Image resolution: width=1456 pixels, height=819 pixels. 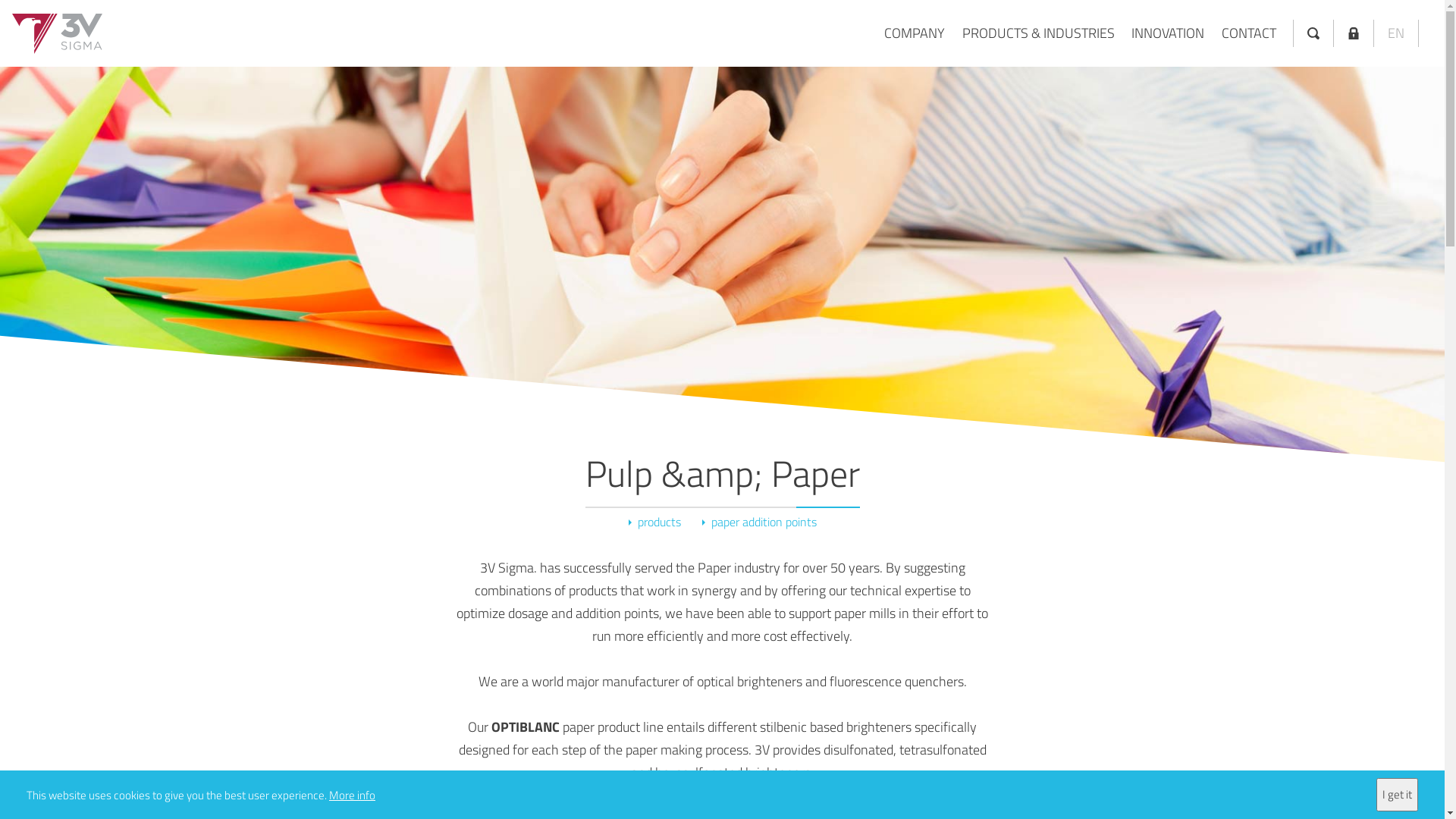 I want to click on 'COMPANY', so click(x=884, y=33).